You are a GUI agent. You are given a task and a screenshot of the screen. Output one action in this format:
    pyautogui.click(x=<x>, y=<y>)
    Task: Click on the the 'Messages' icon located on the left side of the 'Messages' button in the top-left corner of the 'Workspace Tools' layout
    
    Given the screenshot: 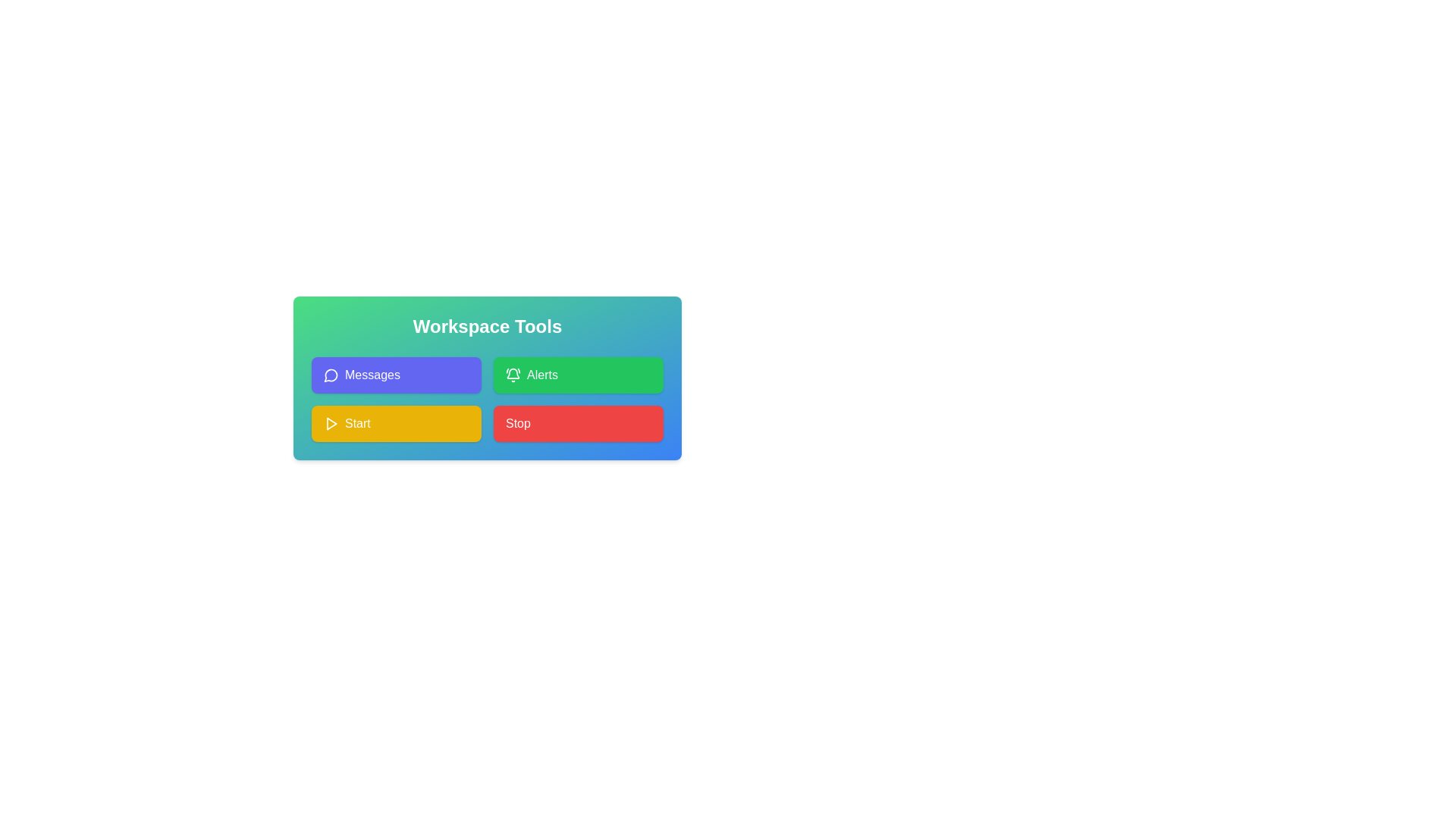 What is the action you would take?
    pyautogui.click(x=330, y=375)
    